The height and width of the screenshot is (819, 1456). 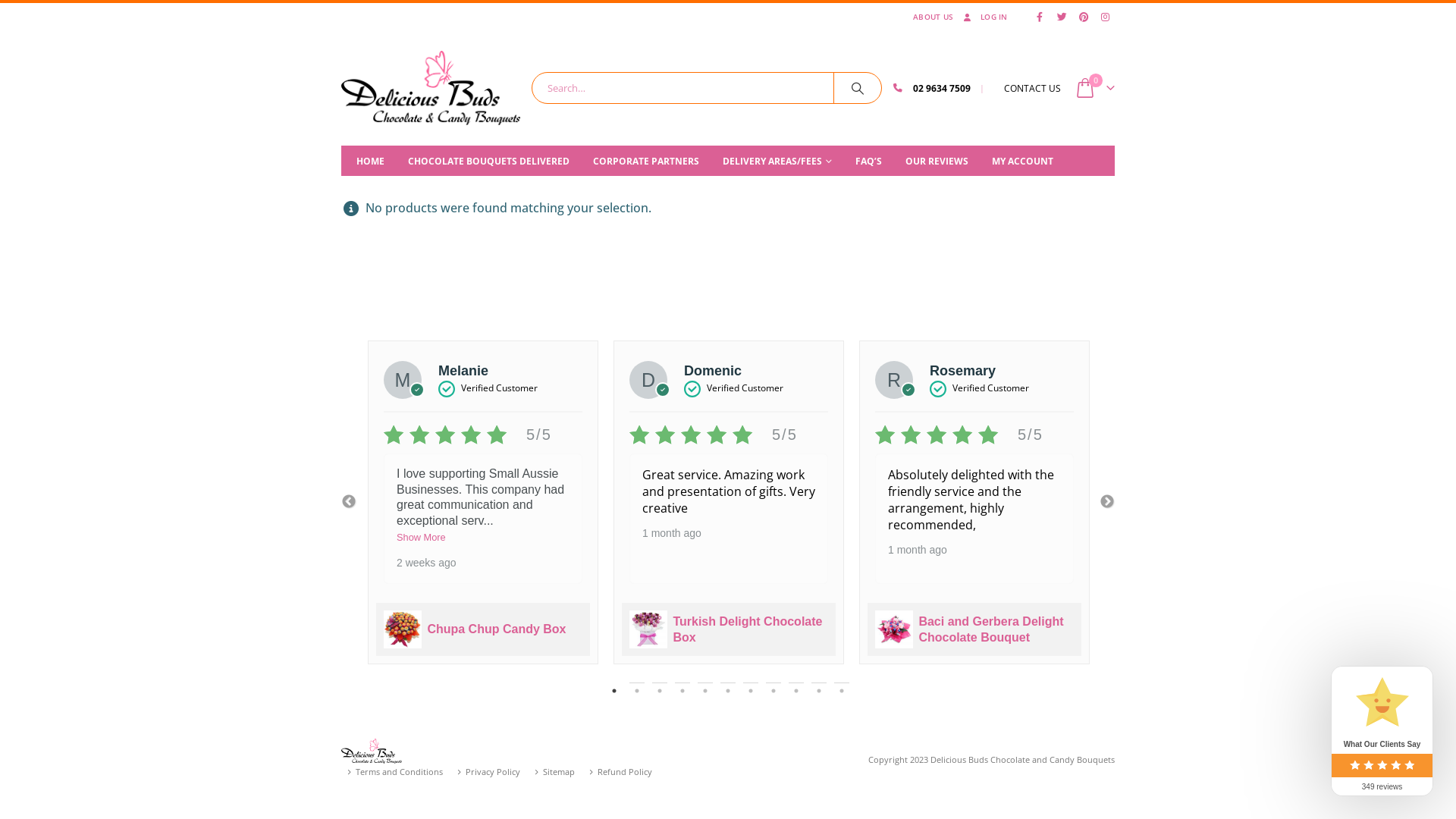 What do you see at coordinates (706, 161) in the screenshot?
I see `'DELIVERY AREAS/FEES'` at bounding box center [706, 161].